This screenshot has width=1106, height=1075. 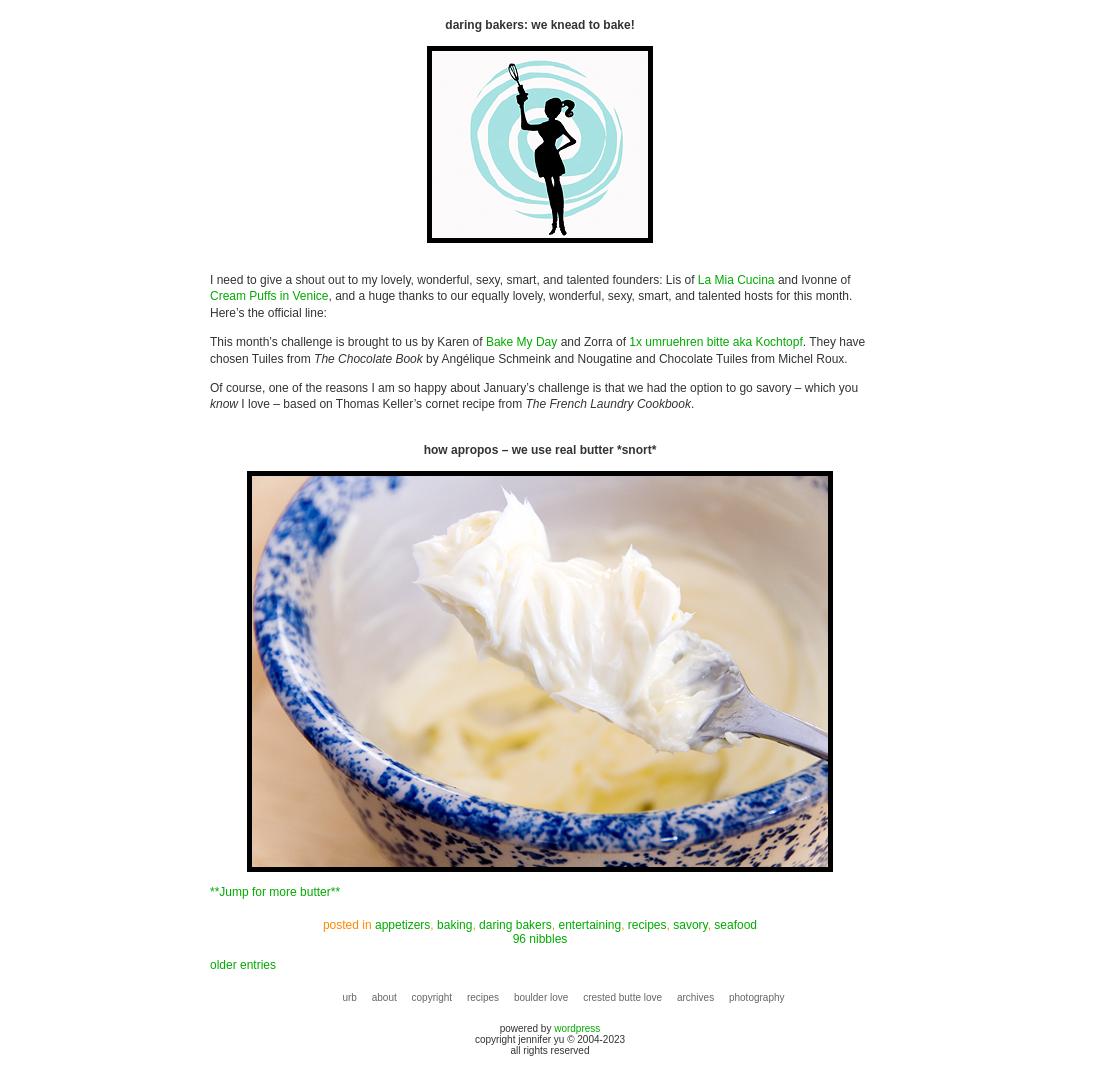 I want to click on 'urb', so click(x=349, y=995).